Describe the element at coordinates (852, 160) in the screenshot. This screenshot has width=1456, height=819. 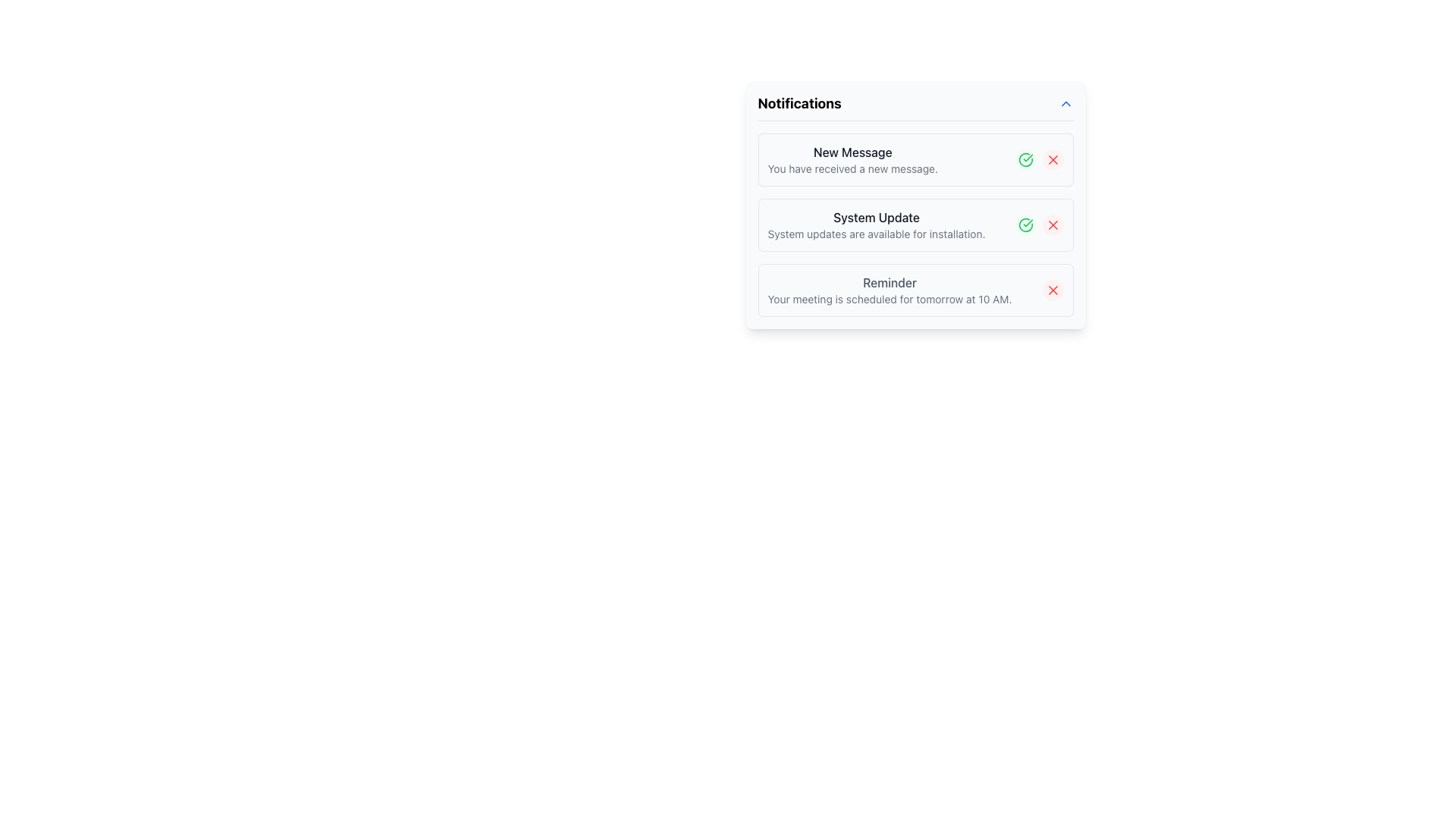
I see `the Notification Text Content displaying 'New Message' and 'You have received a new message.' by clicking on it to access related elements` at that location.